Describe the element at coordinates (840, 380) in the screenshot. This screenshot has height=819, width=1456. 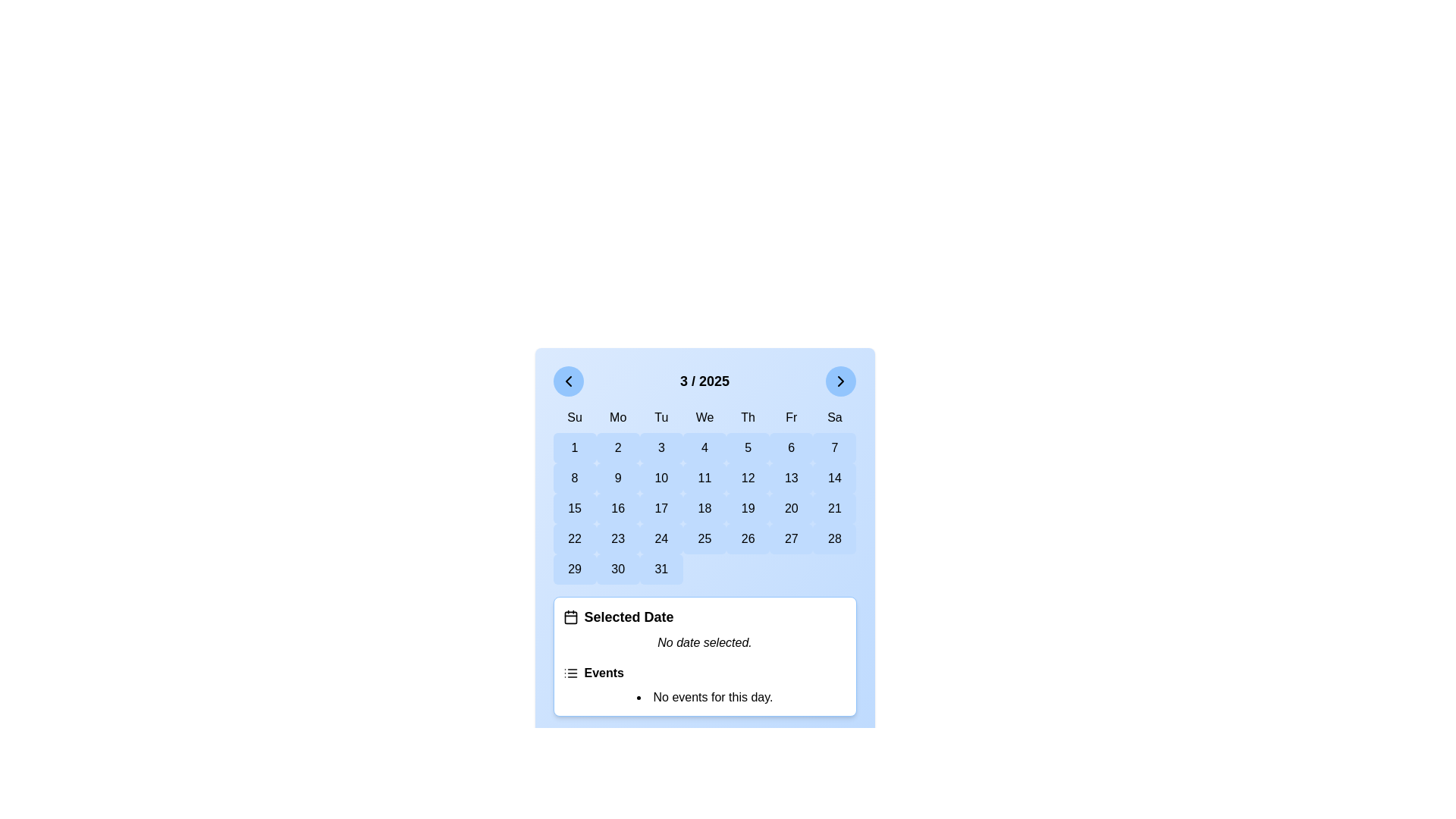
I see `the button located at the top-right corner of the calendar interface` at that location.